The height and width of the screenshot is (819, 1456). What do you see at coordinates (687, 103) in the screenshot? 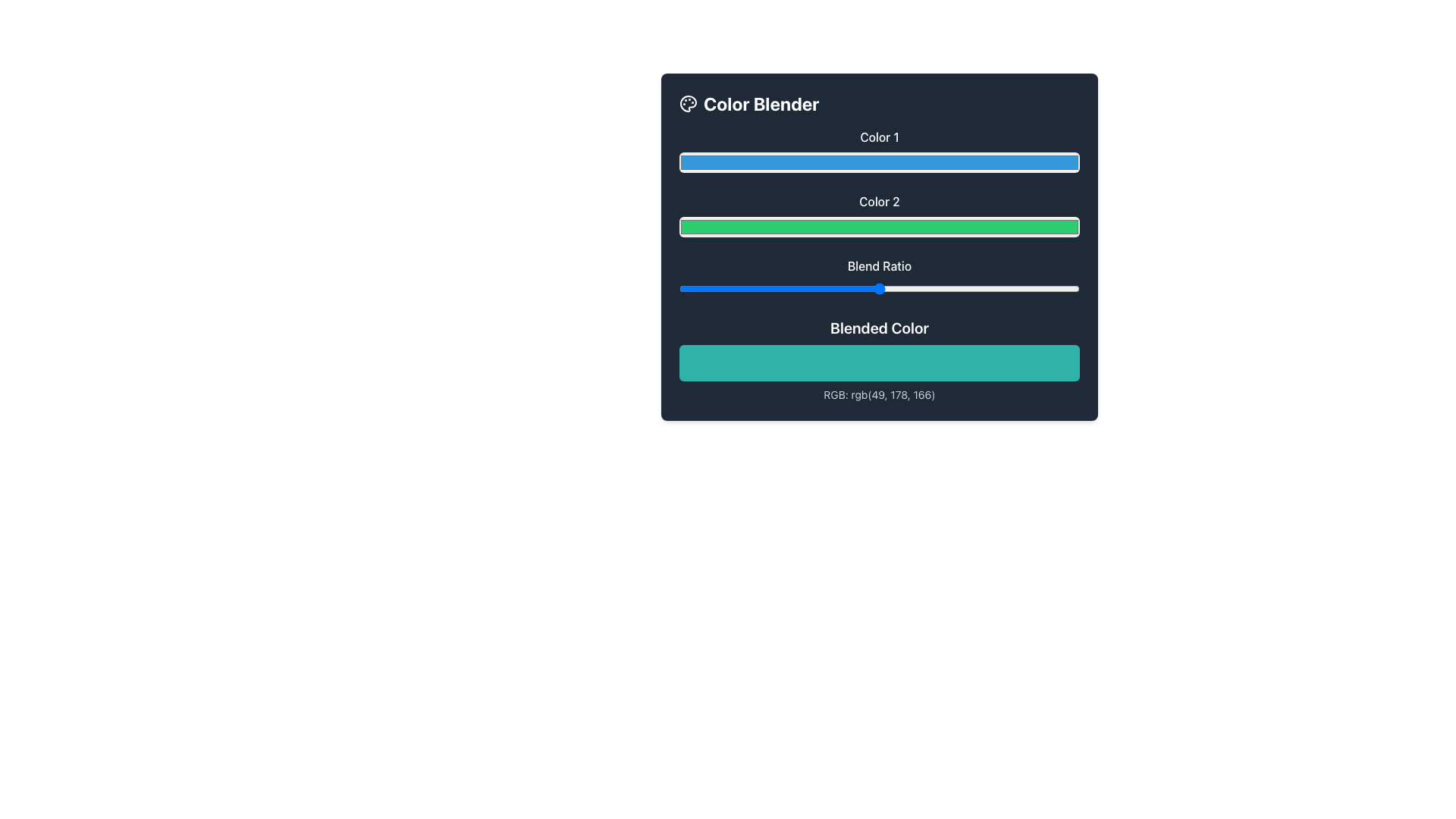
I see `the palette icon located at the top-left portion of the 'Color Blender' section, which resembles a circular base with four small dots along its edge` at bounding box center [687, 103].